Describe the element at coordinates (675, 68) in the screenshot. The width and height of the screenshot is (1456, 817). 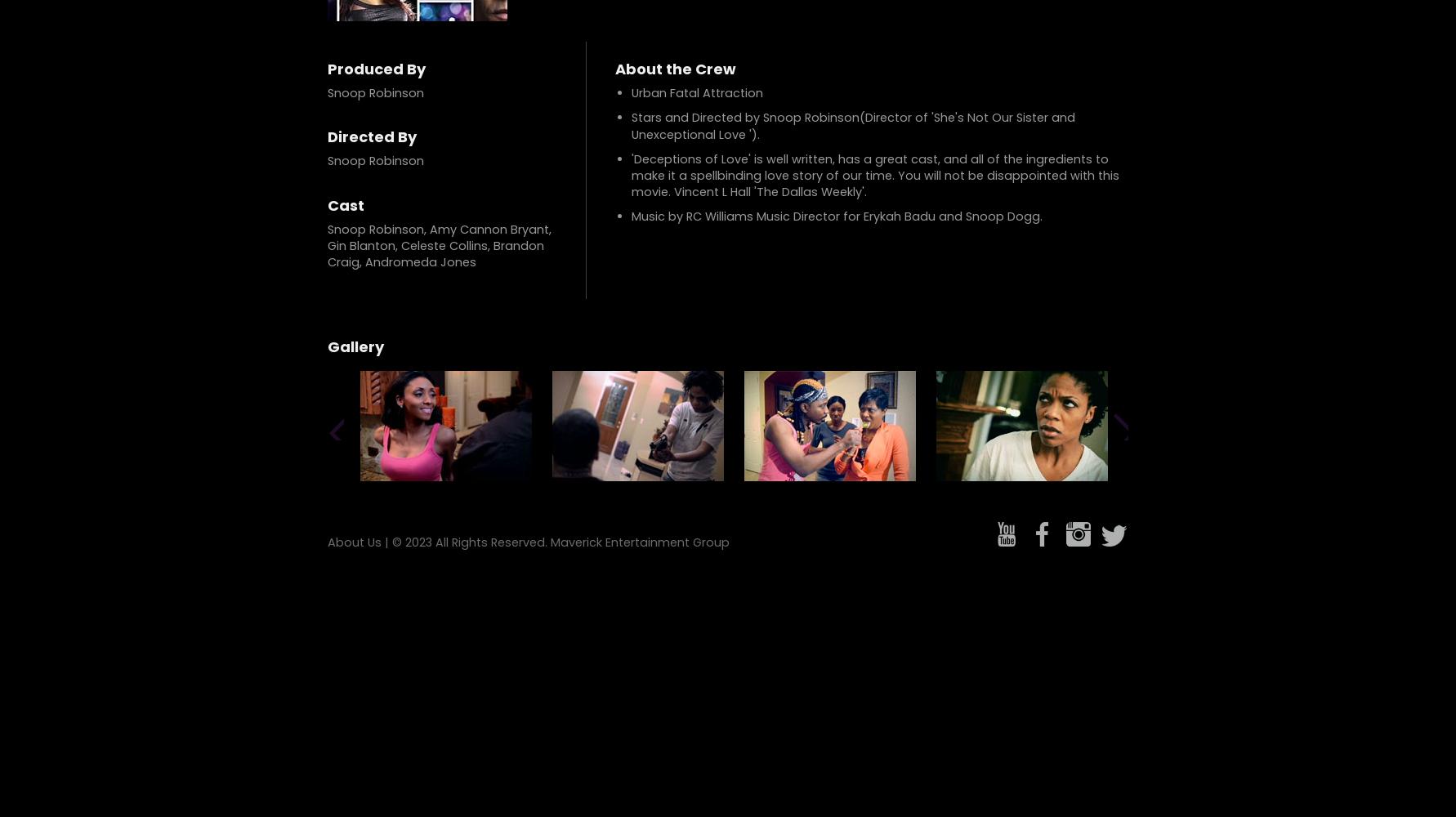
I see `'About the Crew'` at that location.